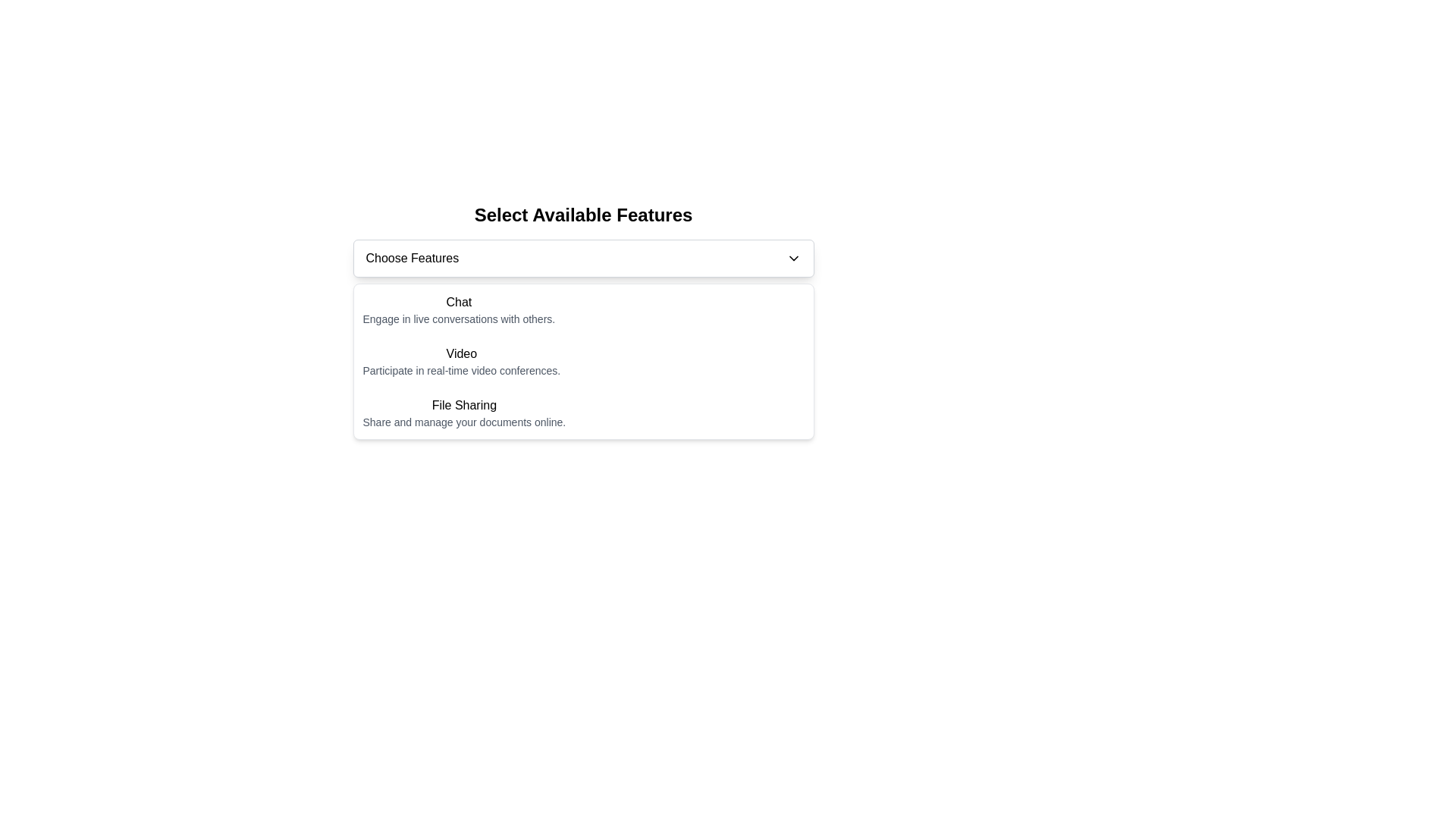  Describe the element at coordinates (582, 362) in the screenshot. I see `the Interactive List Row featuring the title 'Video' and description 'Participate in real-time video conferences.'` at that location.